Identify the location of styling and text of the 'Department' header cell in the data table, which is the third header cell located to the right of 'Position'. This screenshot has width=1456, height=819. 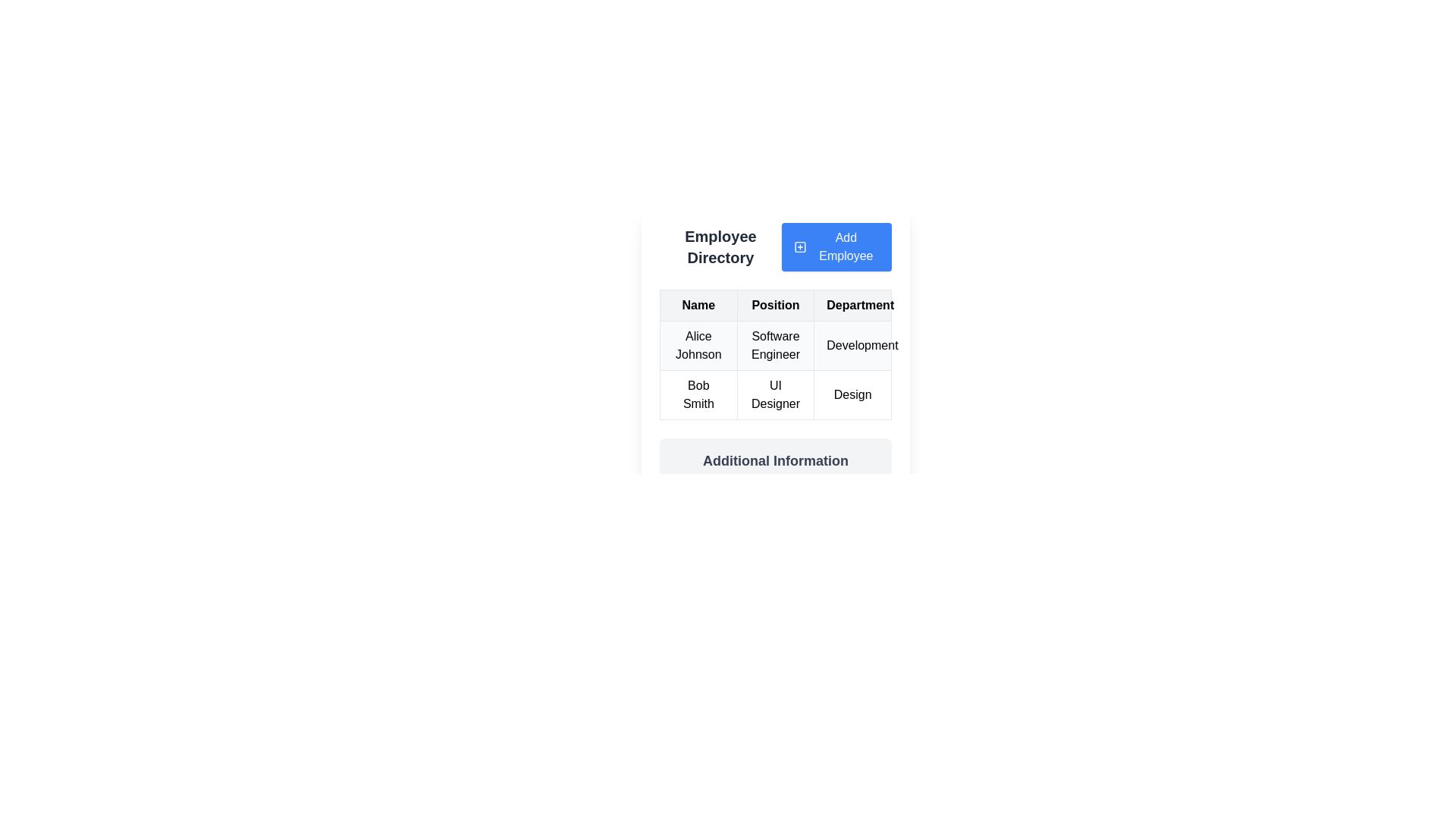
(852, 305).